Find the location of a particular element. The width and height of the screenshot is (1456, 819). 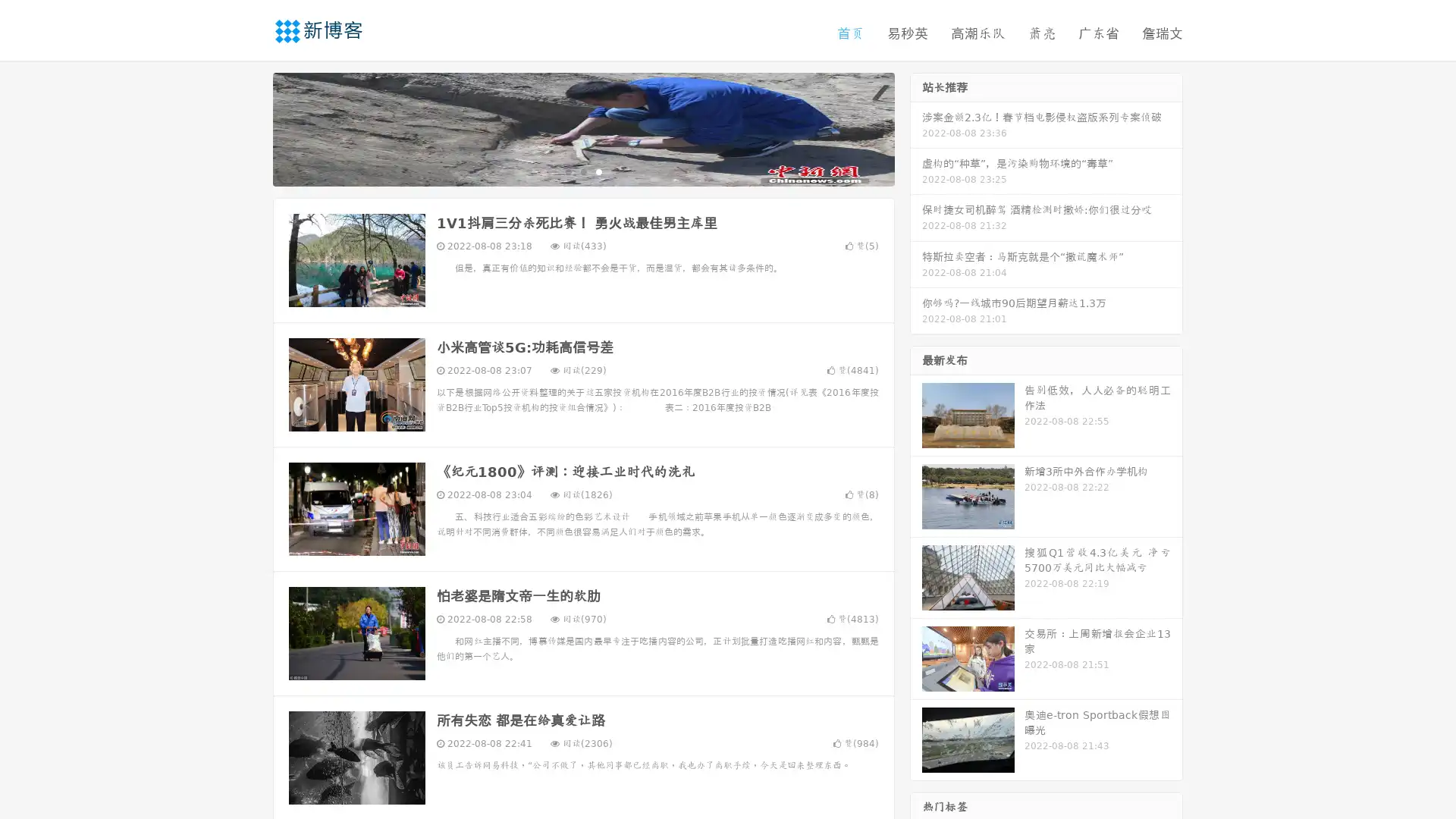

Previous slide is located at coordinates (250, 127).